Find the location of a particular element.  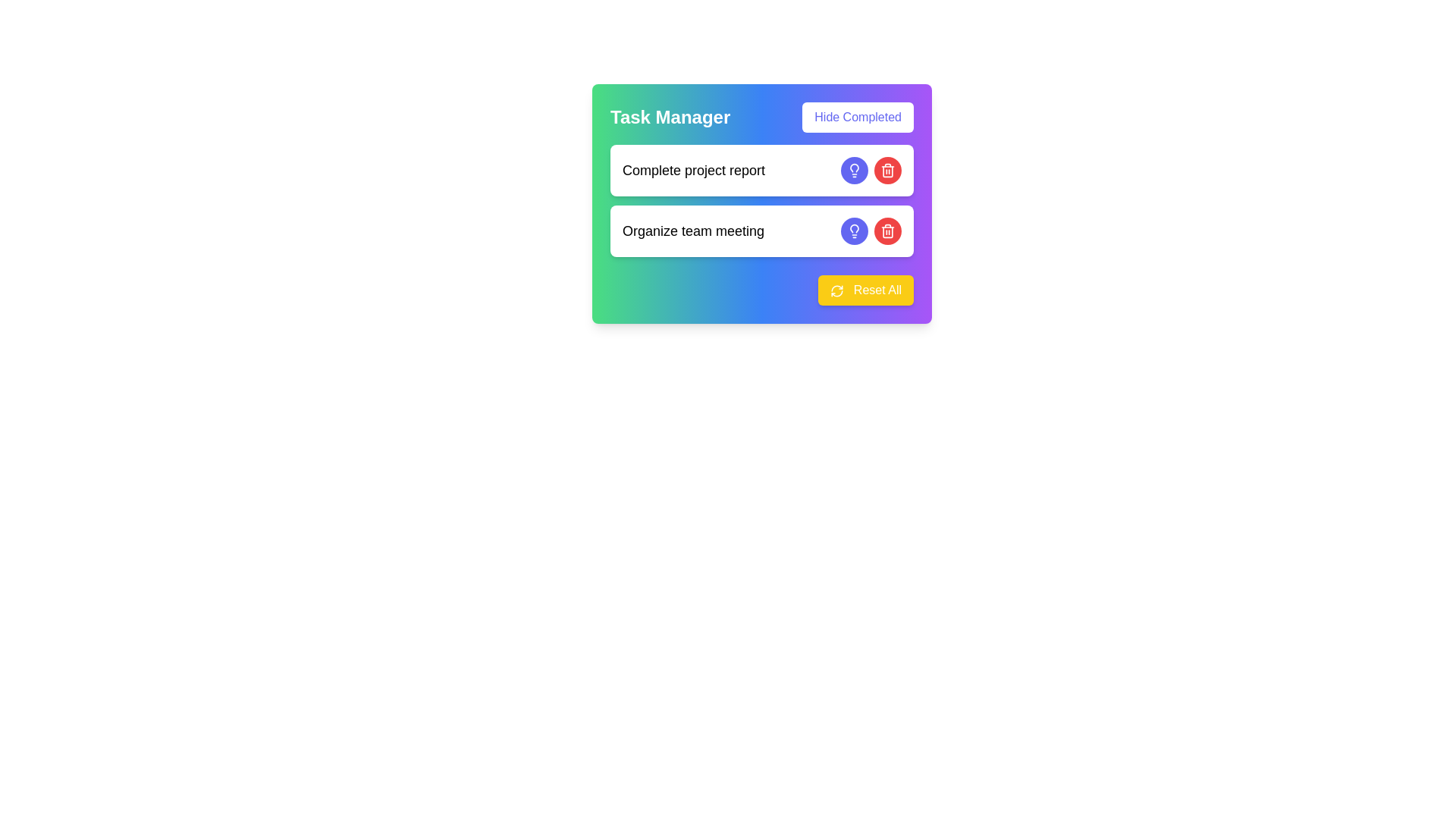

the circular purple button with a white lightbulb icon, located to the left of the red circular button is located at coordinates (855, 170).